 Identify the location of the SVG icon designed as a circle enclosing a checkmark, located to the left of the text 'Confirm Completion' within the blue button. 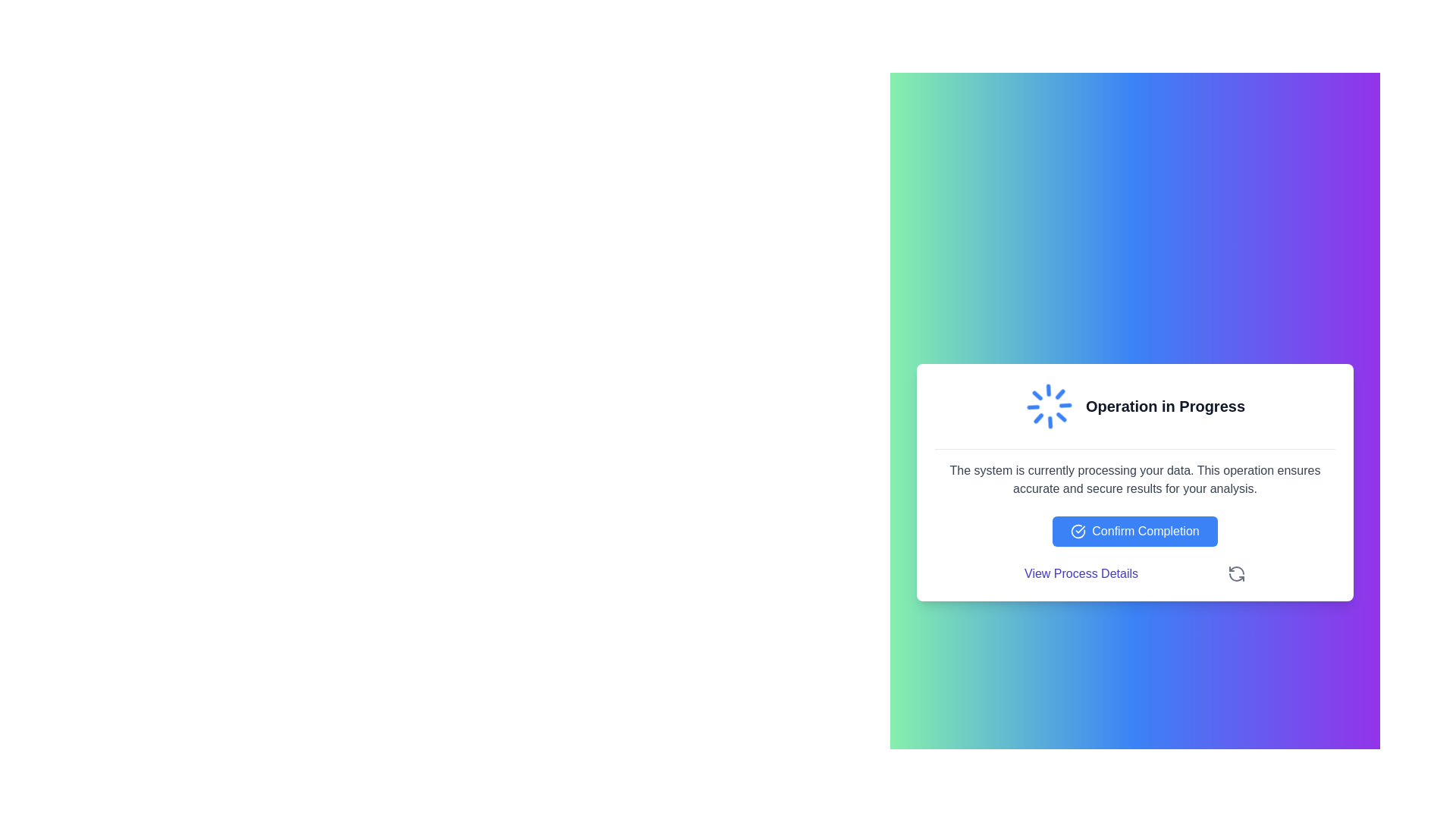
(1078, 530).